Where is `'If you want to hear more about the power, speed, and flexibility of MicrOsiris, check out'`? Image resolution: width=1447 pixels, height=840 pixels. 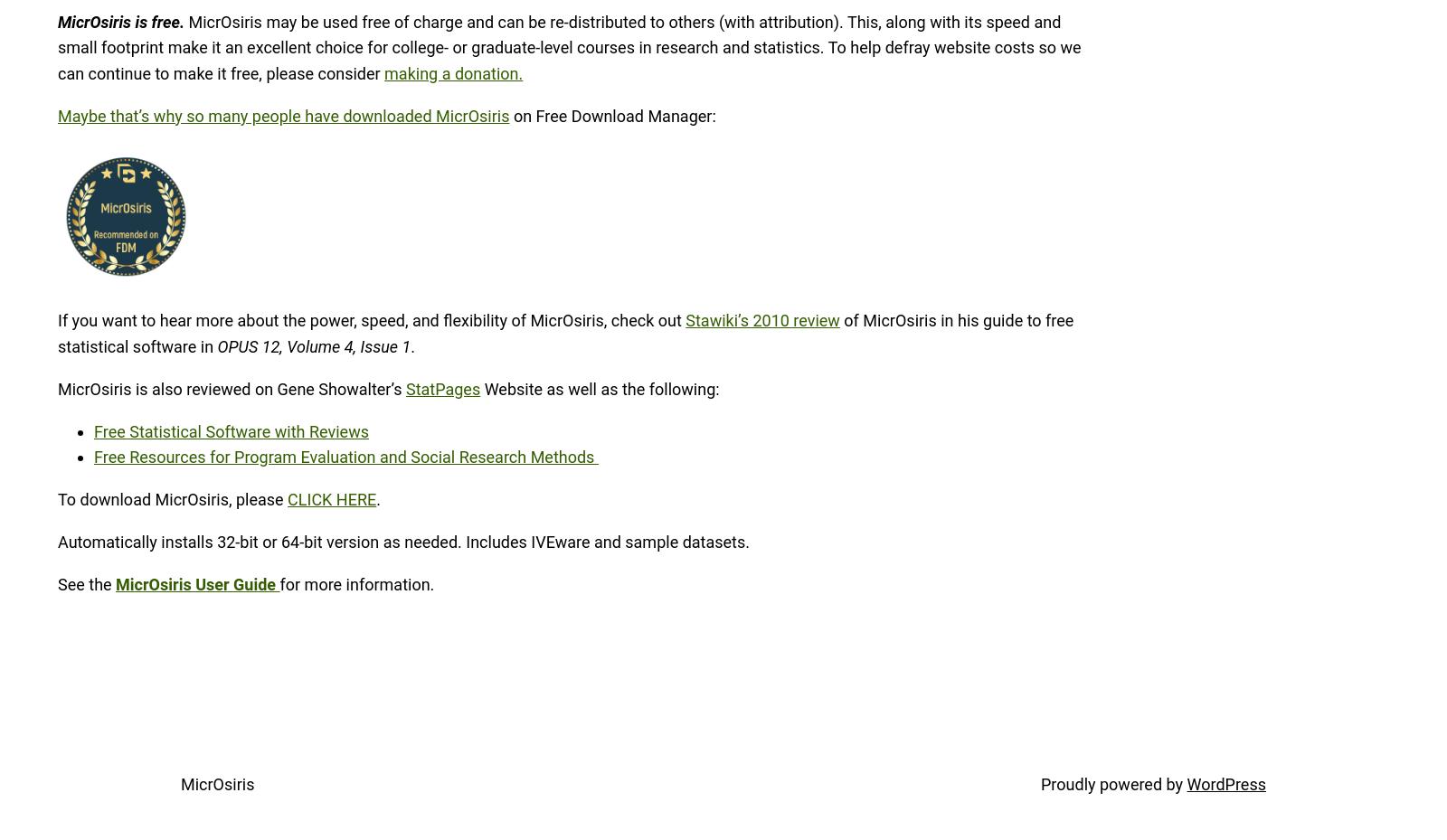
'If you want to hear more about the power, speed, and flexibility of MicrOsiris, check out' is located at coordinates (371, 320).